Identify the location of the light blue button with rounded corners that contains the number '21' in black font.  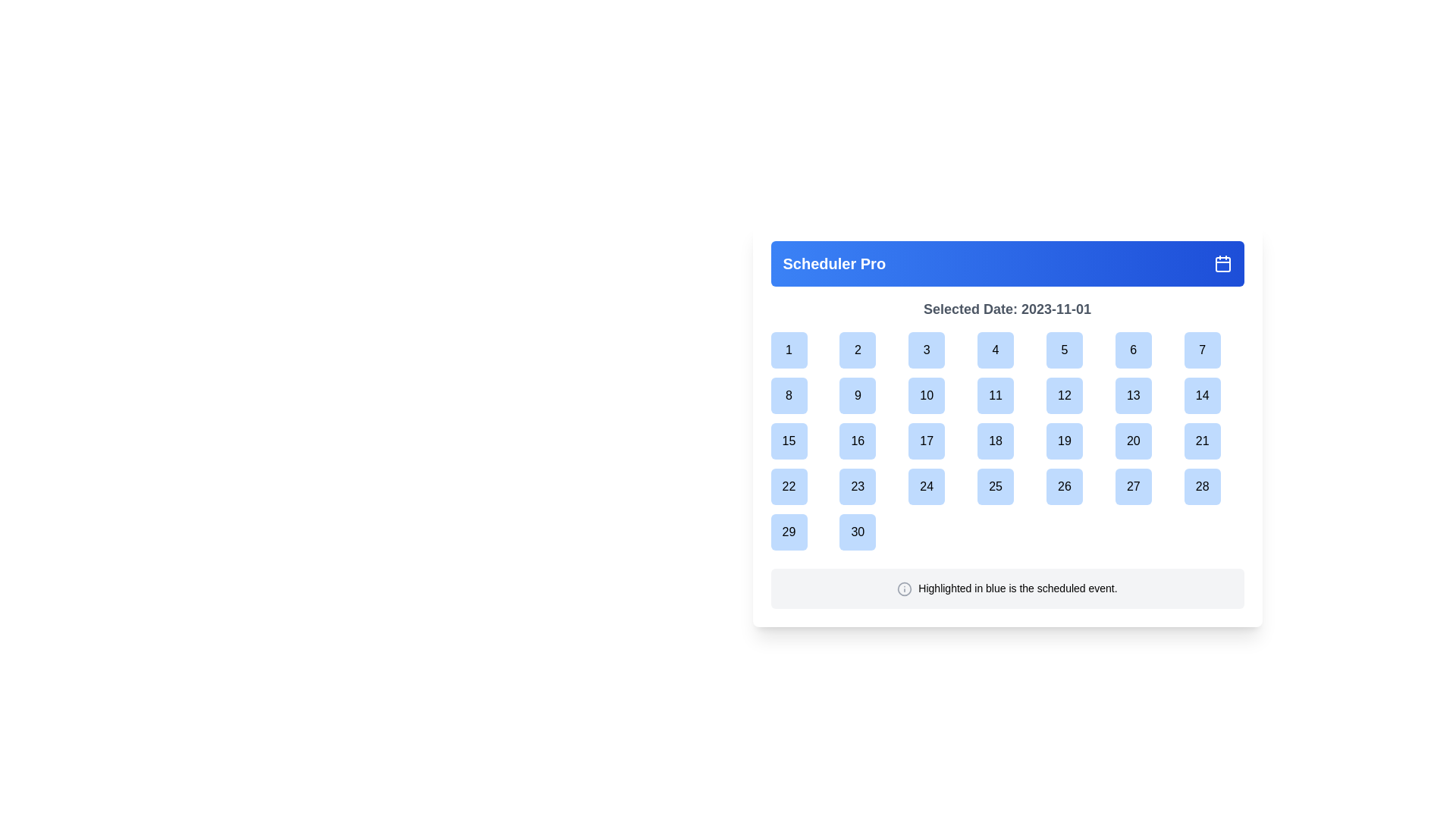
(1200, 441).